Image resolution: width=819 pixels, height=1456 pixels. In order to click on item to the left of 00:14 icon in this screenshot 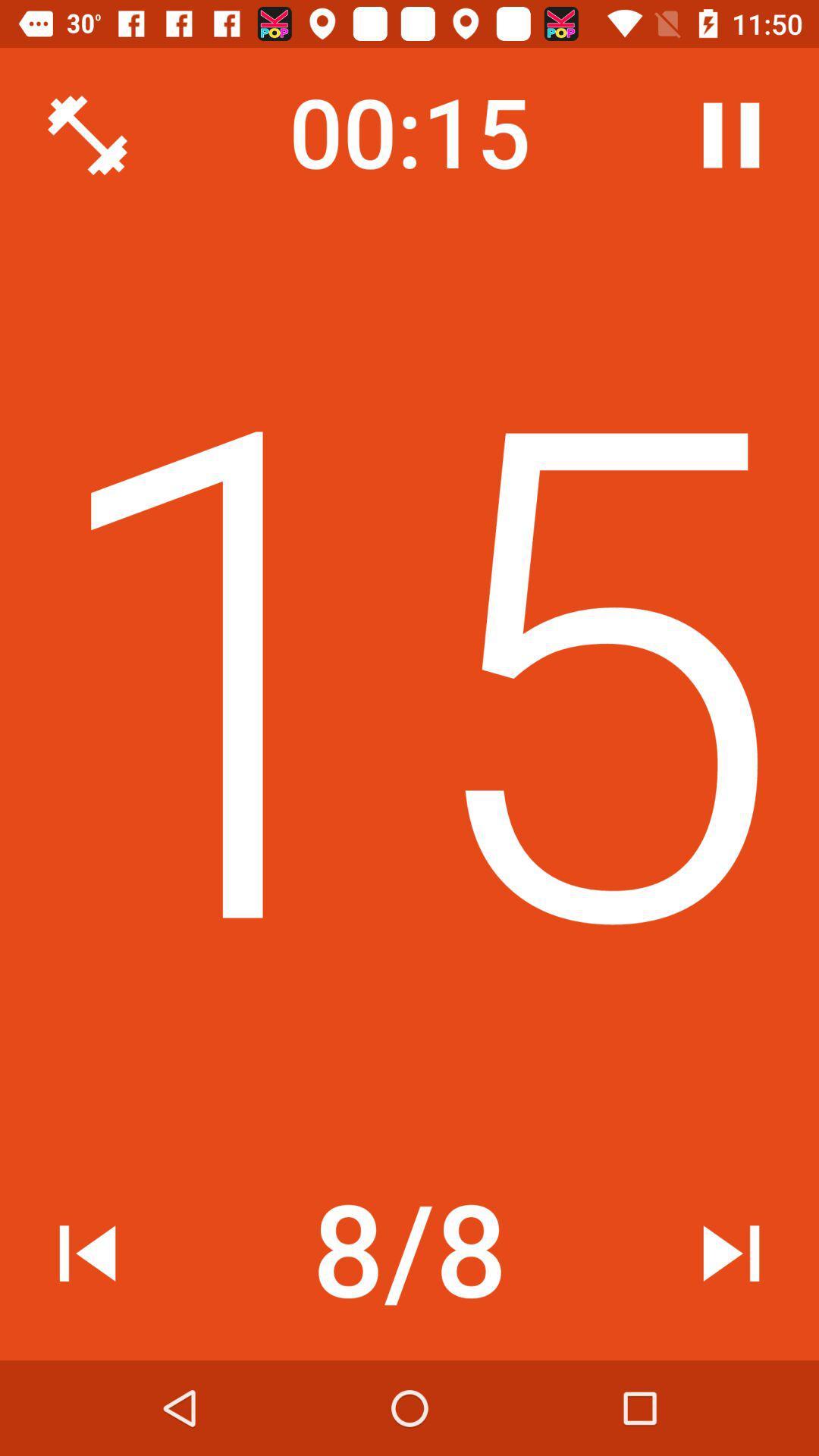, I will do `click(87, 135)`.